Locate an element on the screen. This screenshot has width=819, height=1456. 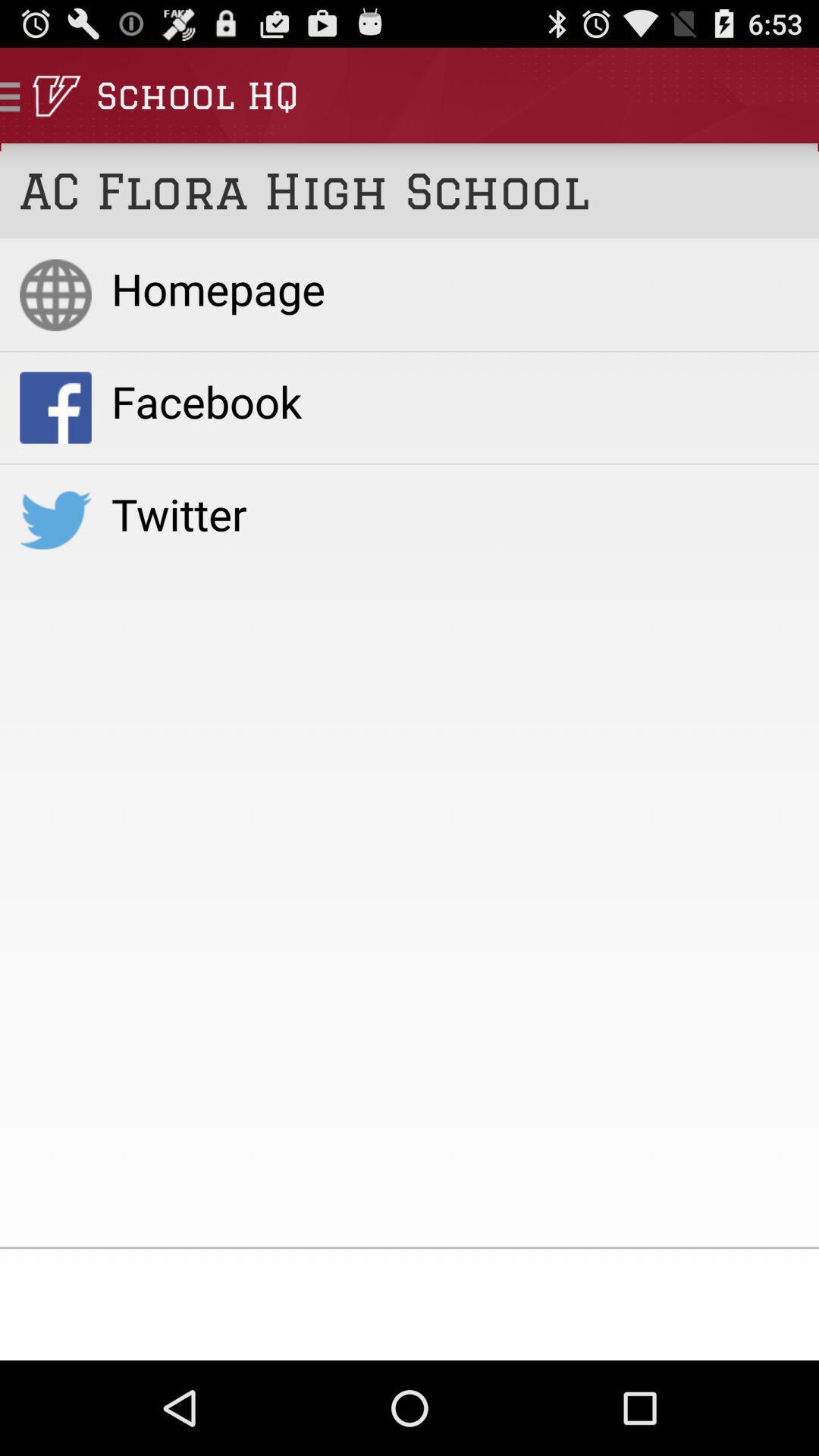
the twitter item is located at coordinates (454, 513).